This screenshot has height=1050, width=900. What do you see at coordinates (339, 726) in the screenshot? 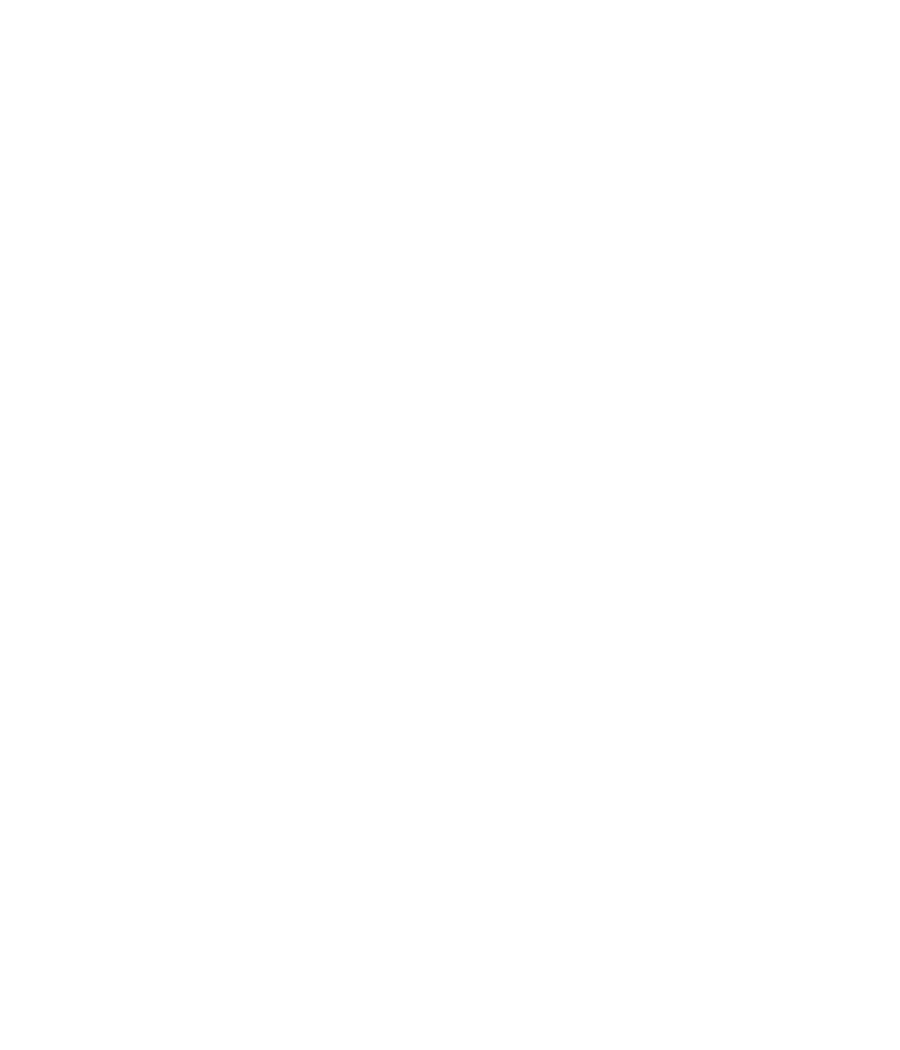
I see `'Black Box to Showcase Emerald KVM-Over-IP Solutions for Secure Connectivity and Collaboration at PMRExpo 2023'` at bounding box center [339, 726].